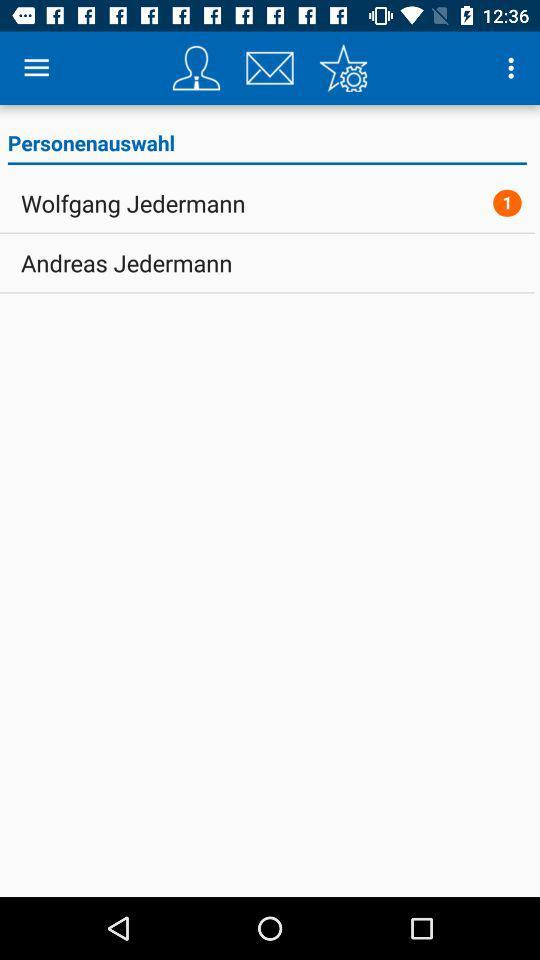 The height and width of the screenshot is (960, 540). What do you see at coordinates (342, 68) in the screenshot?
I see `open settings` at bounding box center [342, 68].